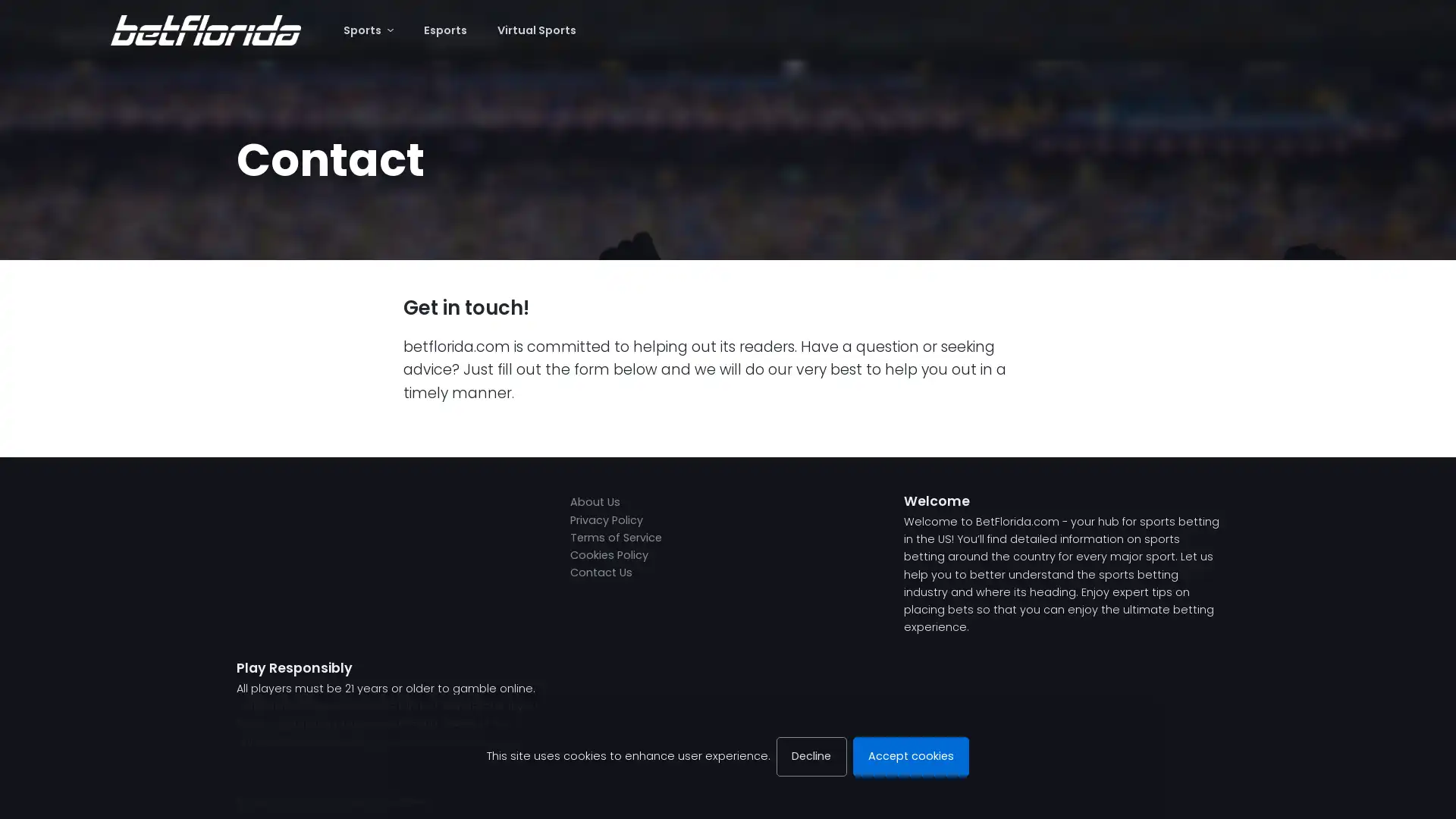 Image resolution: width=1456 pixels, height=819 pixels. I want to click on Accept cookies, so click(910, 756).